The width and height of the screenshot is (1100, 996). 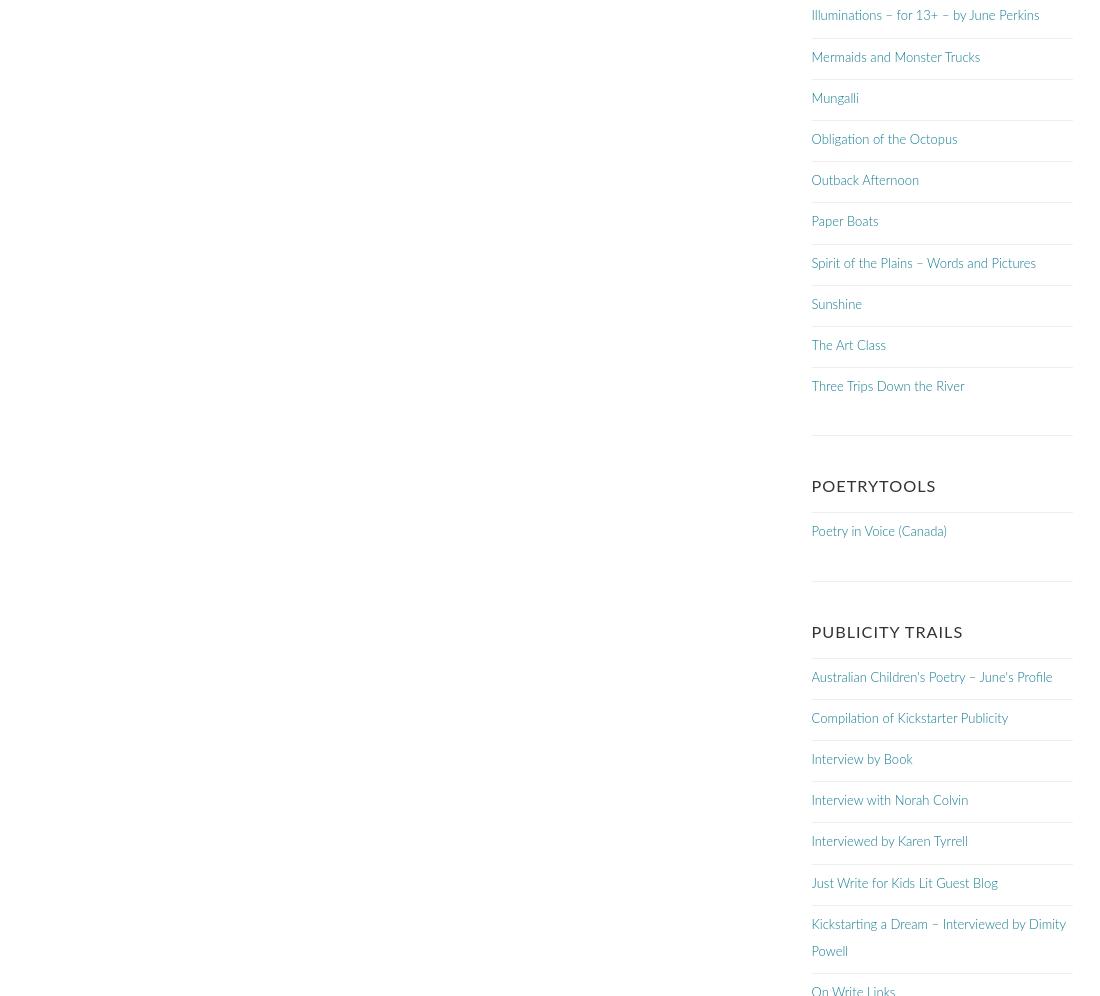 What do you see at coordinates (931, 677) in the screenshot?
I see `'Australian Children's Poetry – June's Profile'` at bounding box center [931, 677].